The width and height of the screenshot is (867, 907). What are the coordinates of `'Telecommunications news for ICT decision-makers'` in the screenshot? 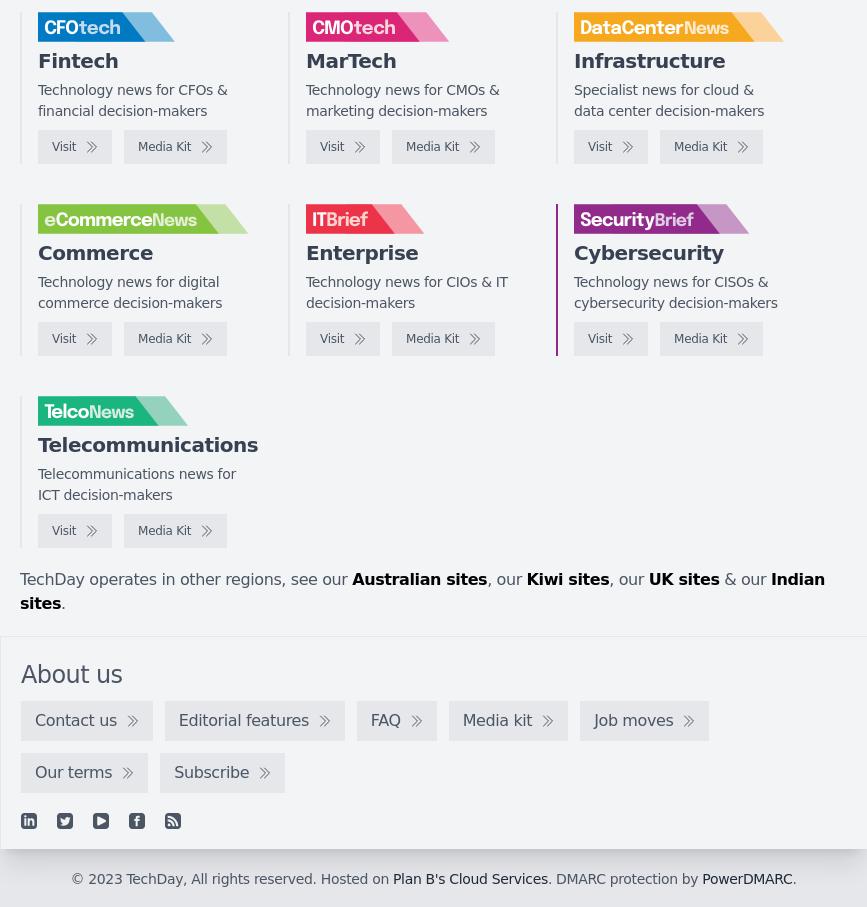 It's located at (136, 483).